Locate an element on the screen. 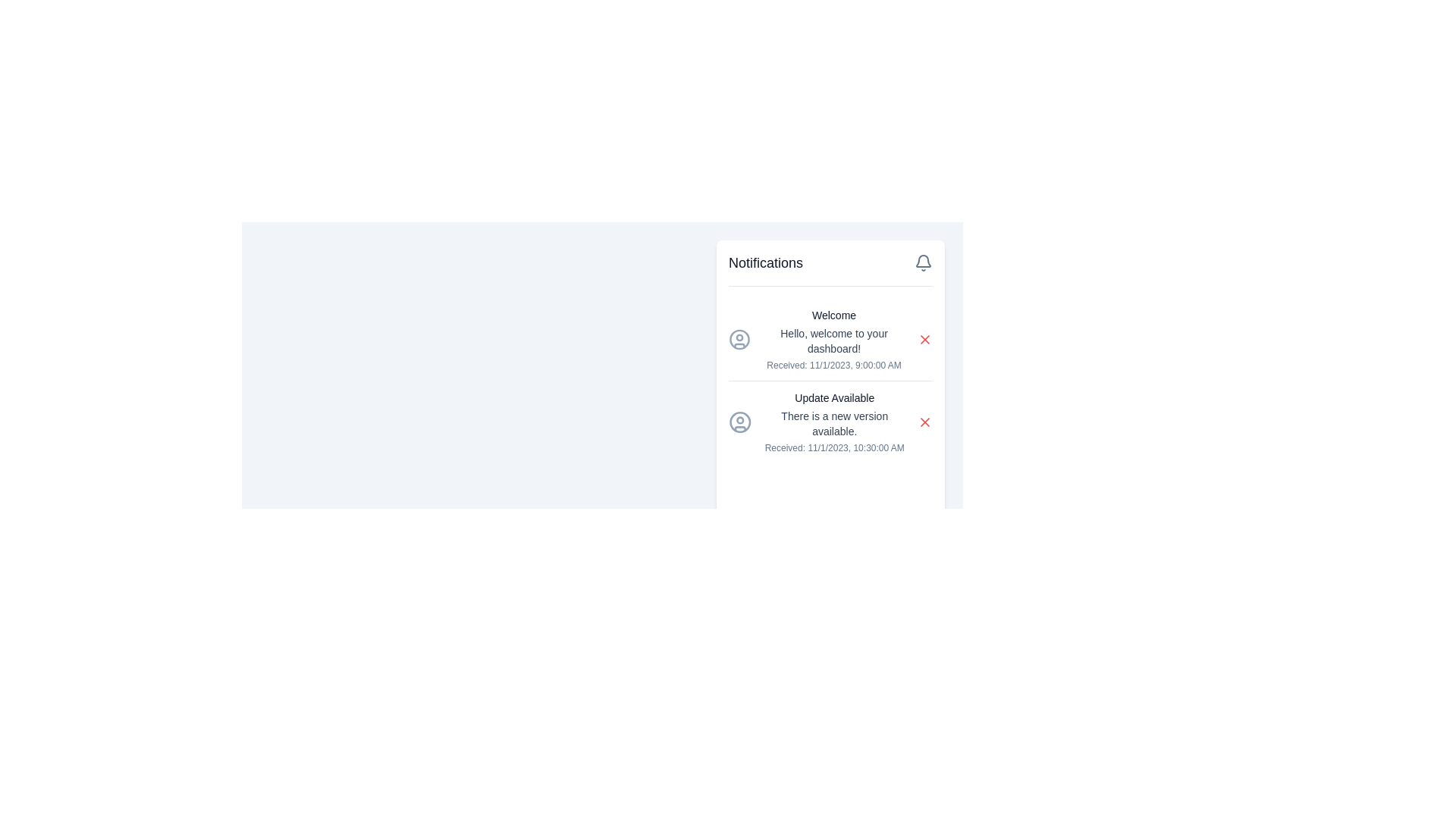  the static text label displaying 'Notifications' in large, bold, dark slate grey typography located in the top-left corner of the notification panel is located at coordinates (766, 262).